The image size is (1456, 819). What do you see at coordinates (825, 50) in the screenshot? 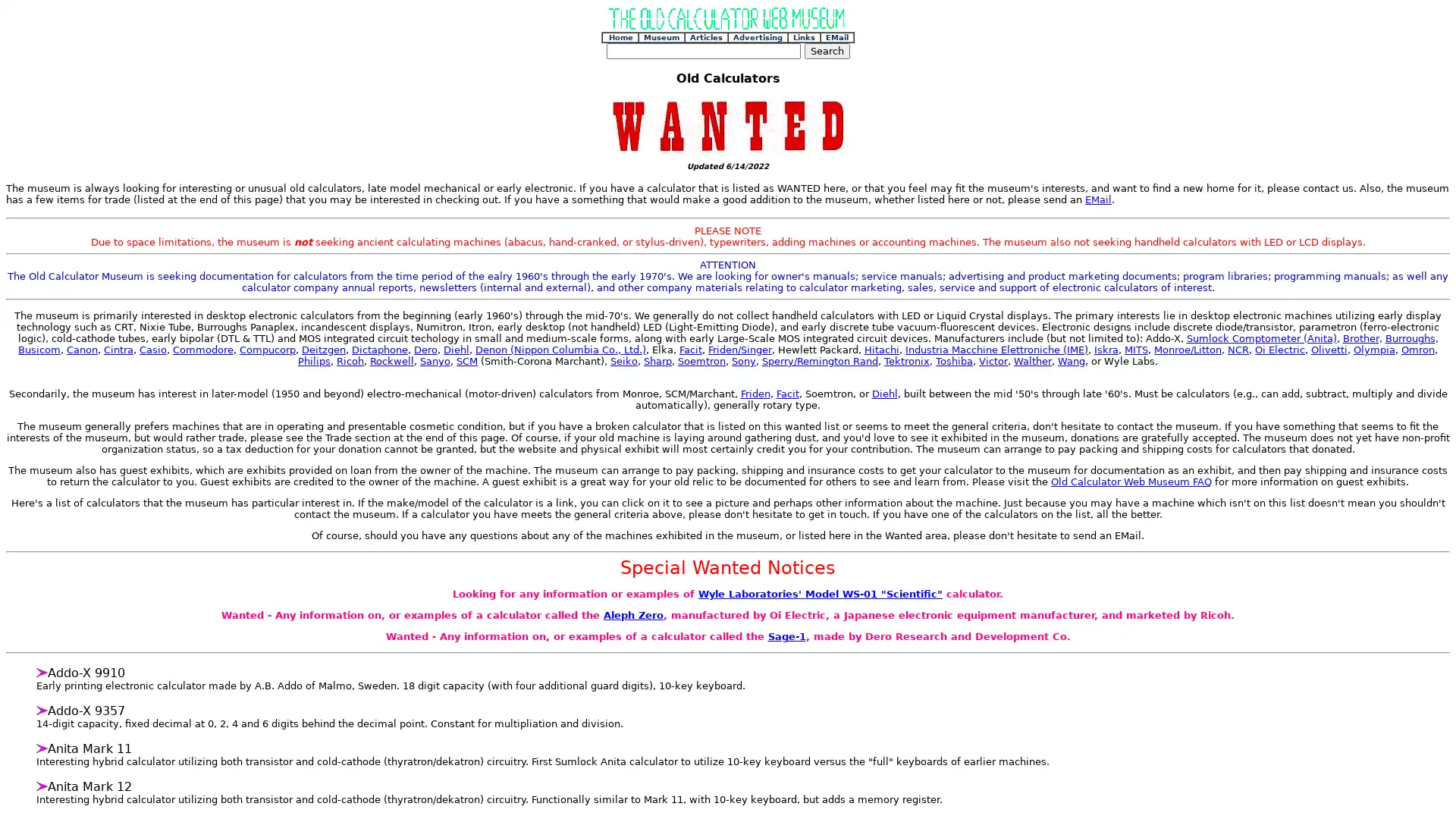
I see `Search` at bounding box center [825, 50].